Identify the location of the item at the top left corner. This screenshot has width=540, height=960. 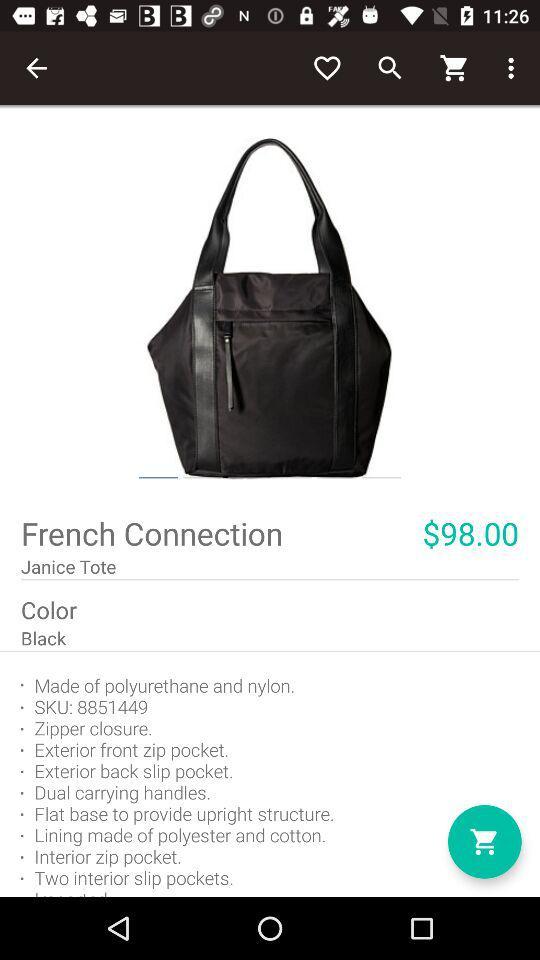
(36, 68).